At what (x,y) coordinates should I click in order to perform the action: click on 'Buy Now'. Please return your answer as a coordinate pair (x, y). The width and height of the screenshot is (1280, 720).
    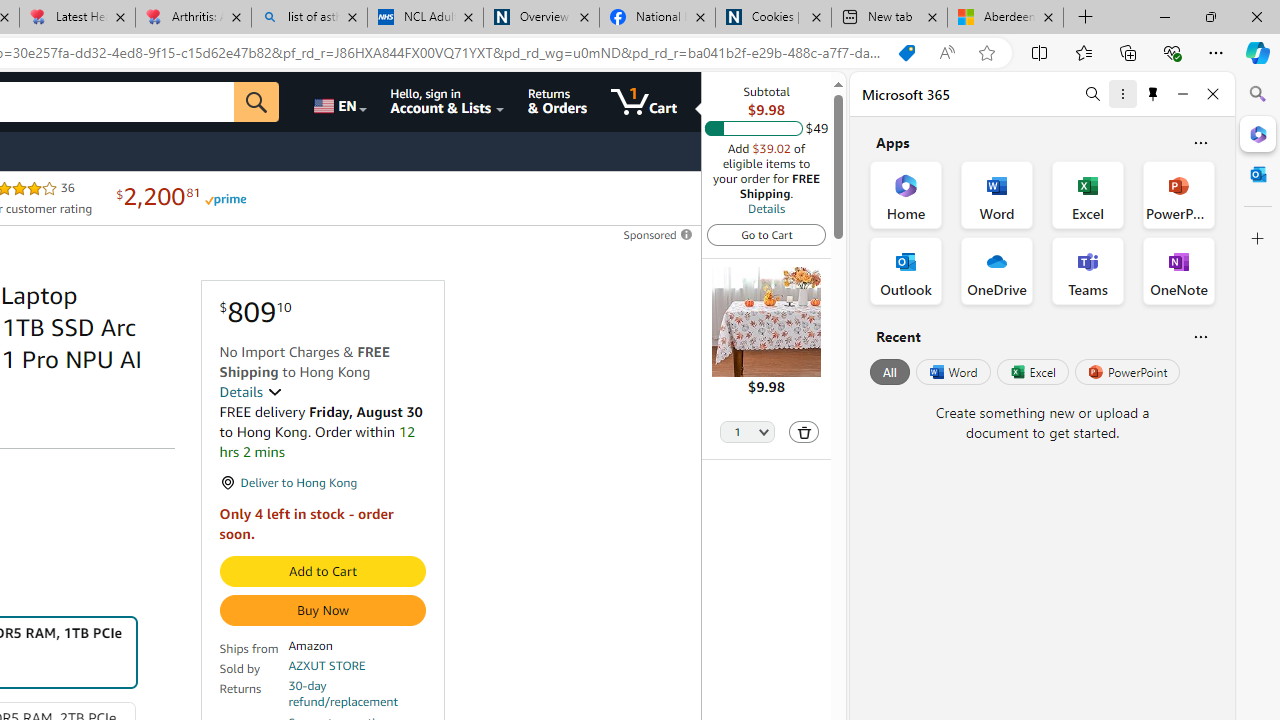
    Looking at the image, I should click on (322, 609).